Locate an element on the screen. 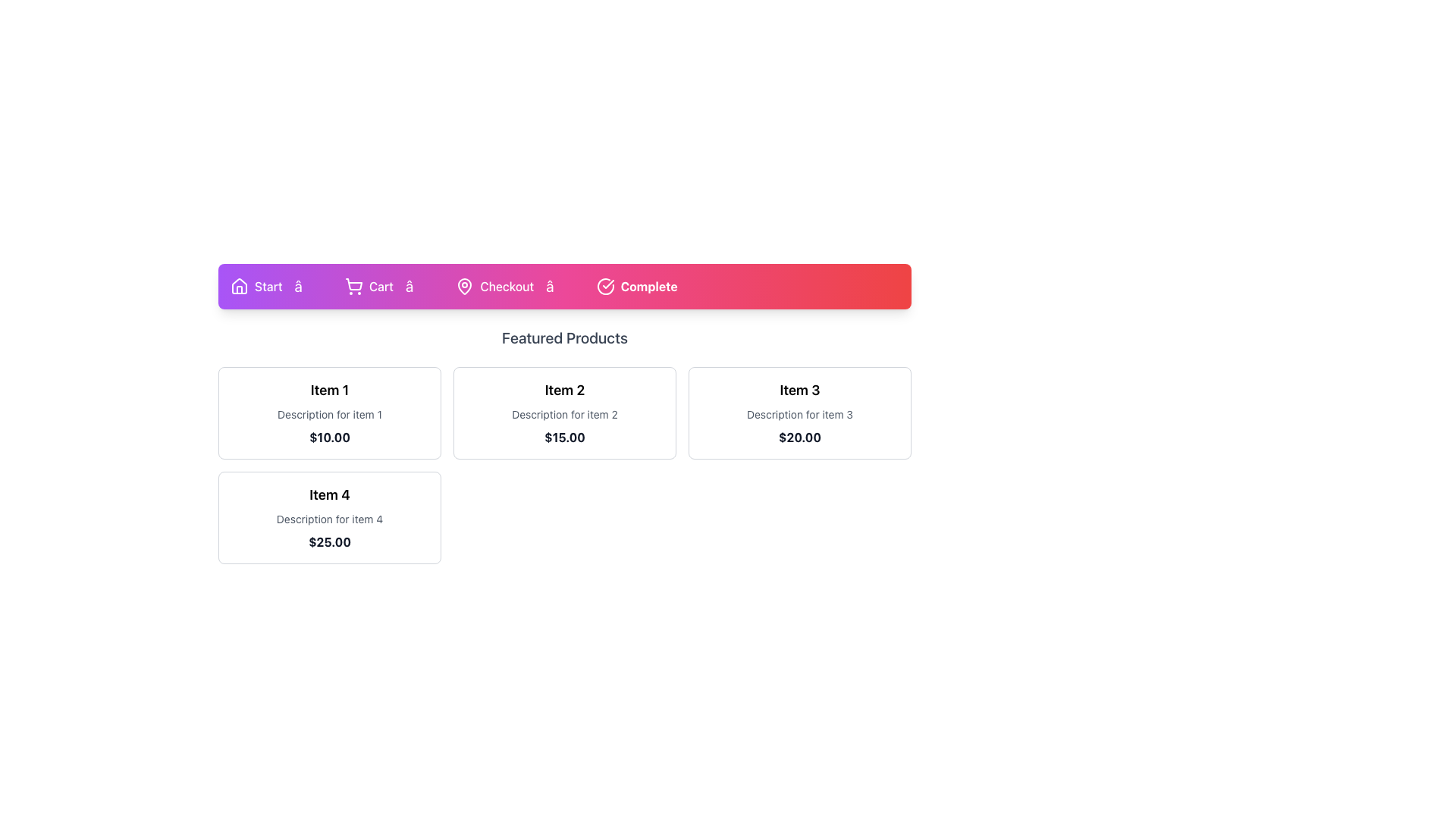  the home navigation label with icon located at the first position in the horizontal navigation bar near the top of the interface is located at coordinates (256, 287).